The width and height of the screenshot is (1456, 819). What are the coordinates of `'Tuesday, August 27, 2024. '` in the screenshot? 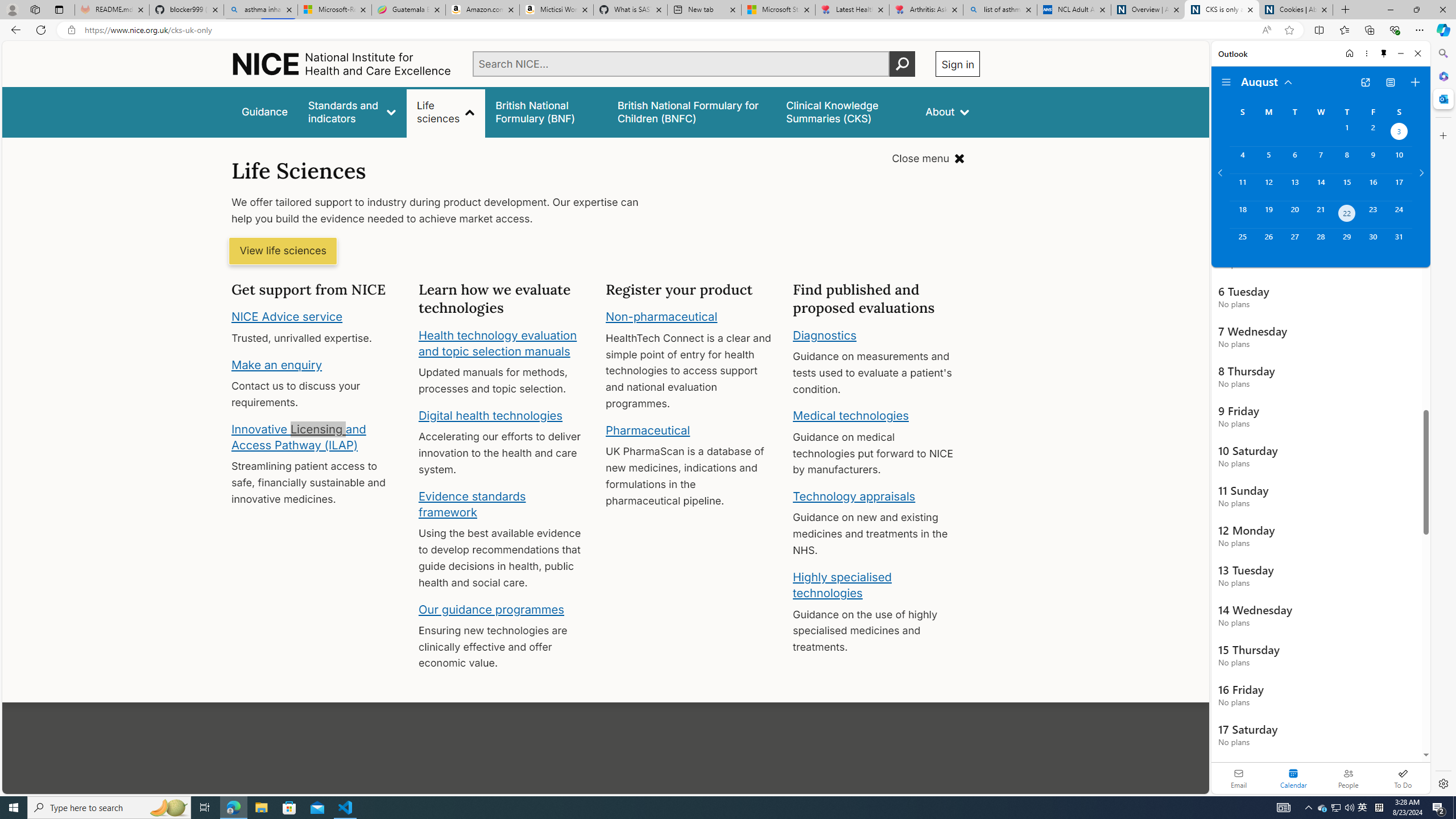 It's located at (1293, 242).